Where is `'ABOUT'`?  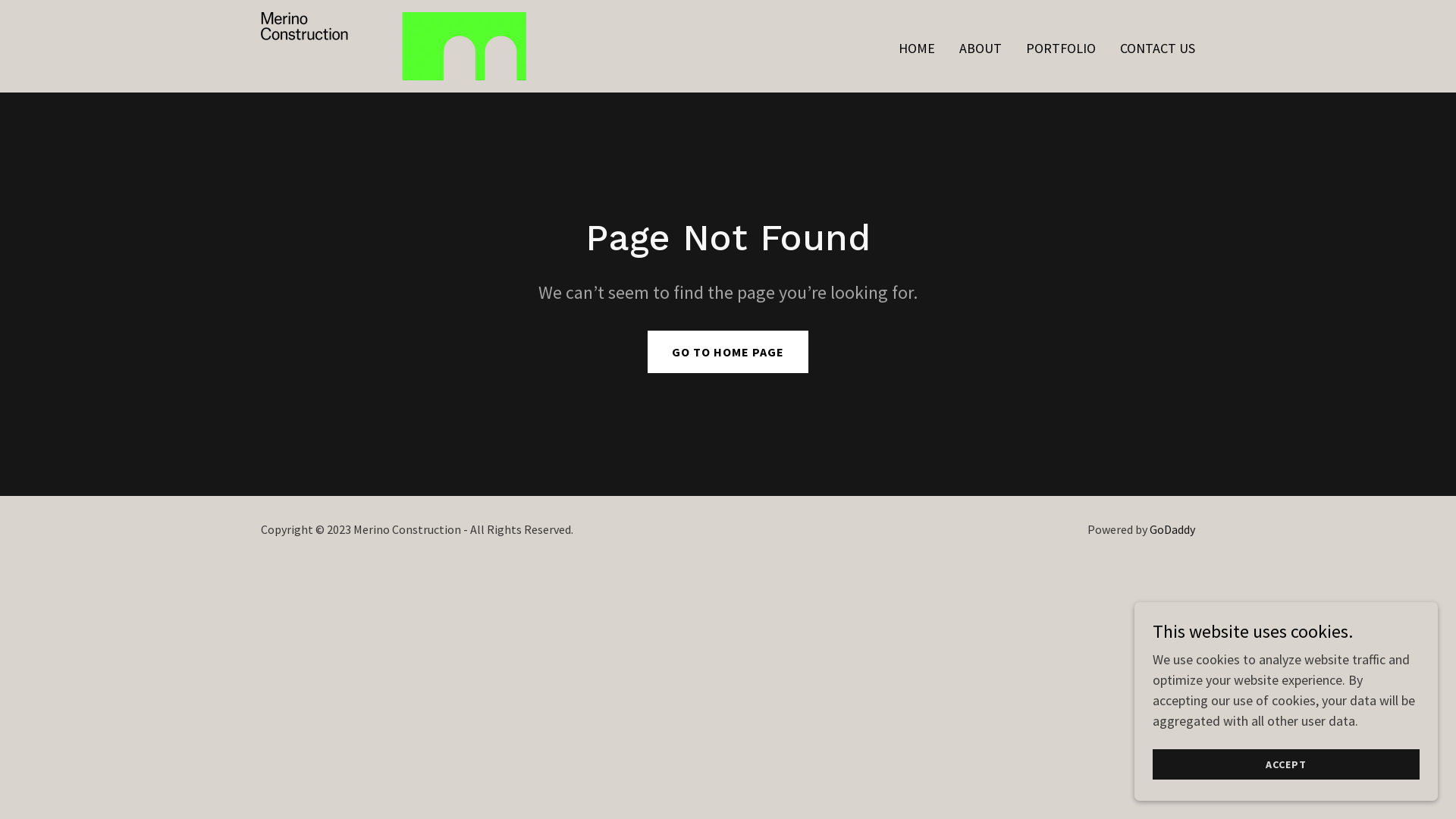
'ABOUT' is located at coordinates (953, 48).